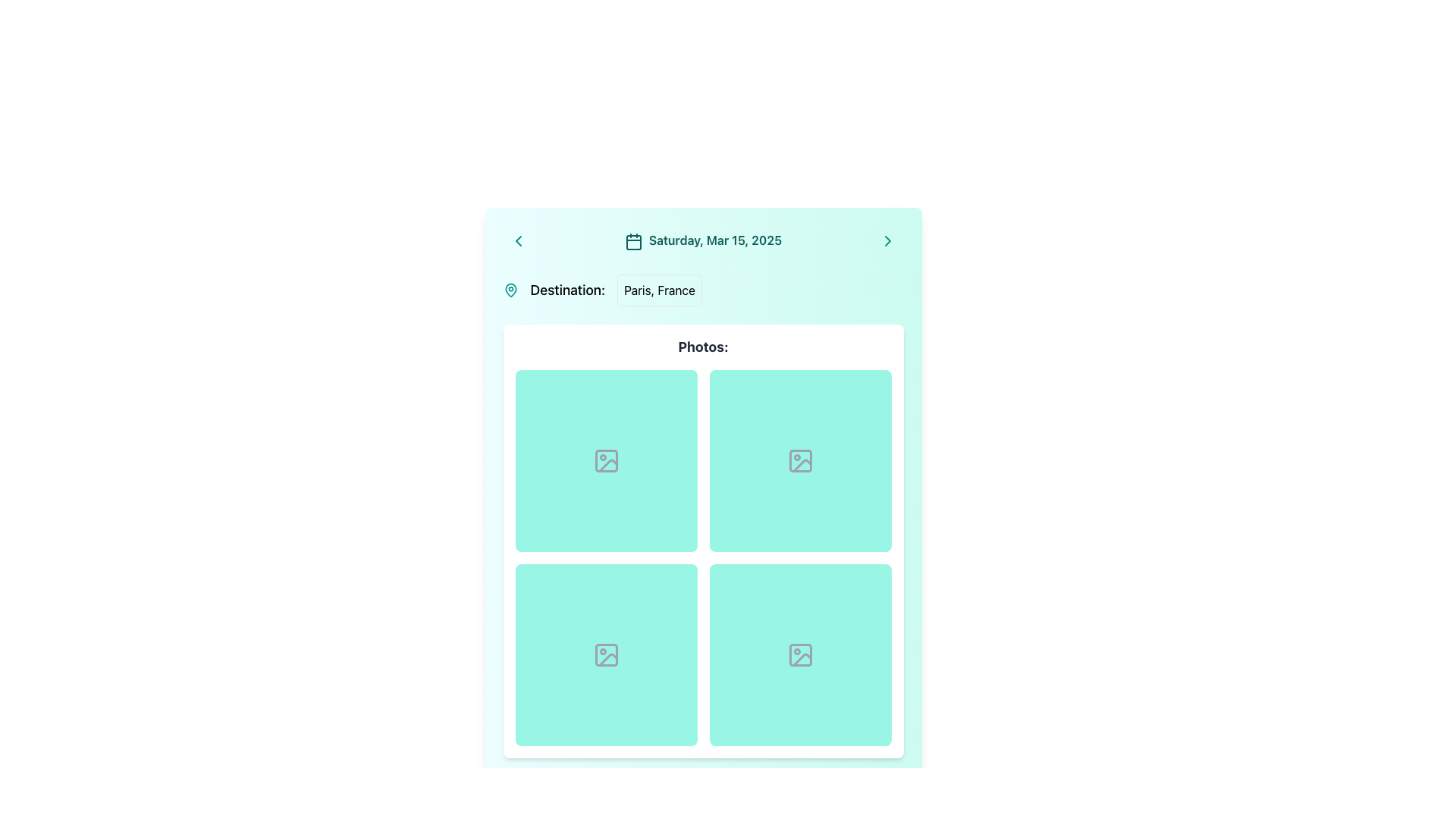  Describe the element at coordinates (799, 460) in the screenshot. I see `the light gray image icon located in the top row, second column of the 2x2 grid layout within the photo display section` at that location.